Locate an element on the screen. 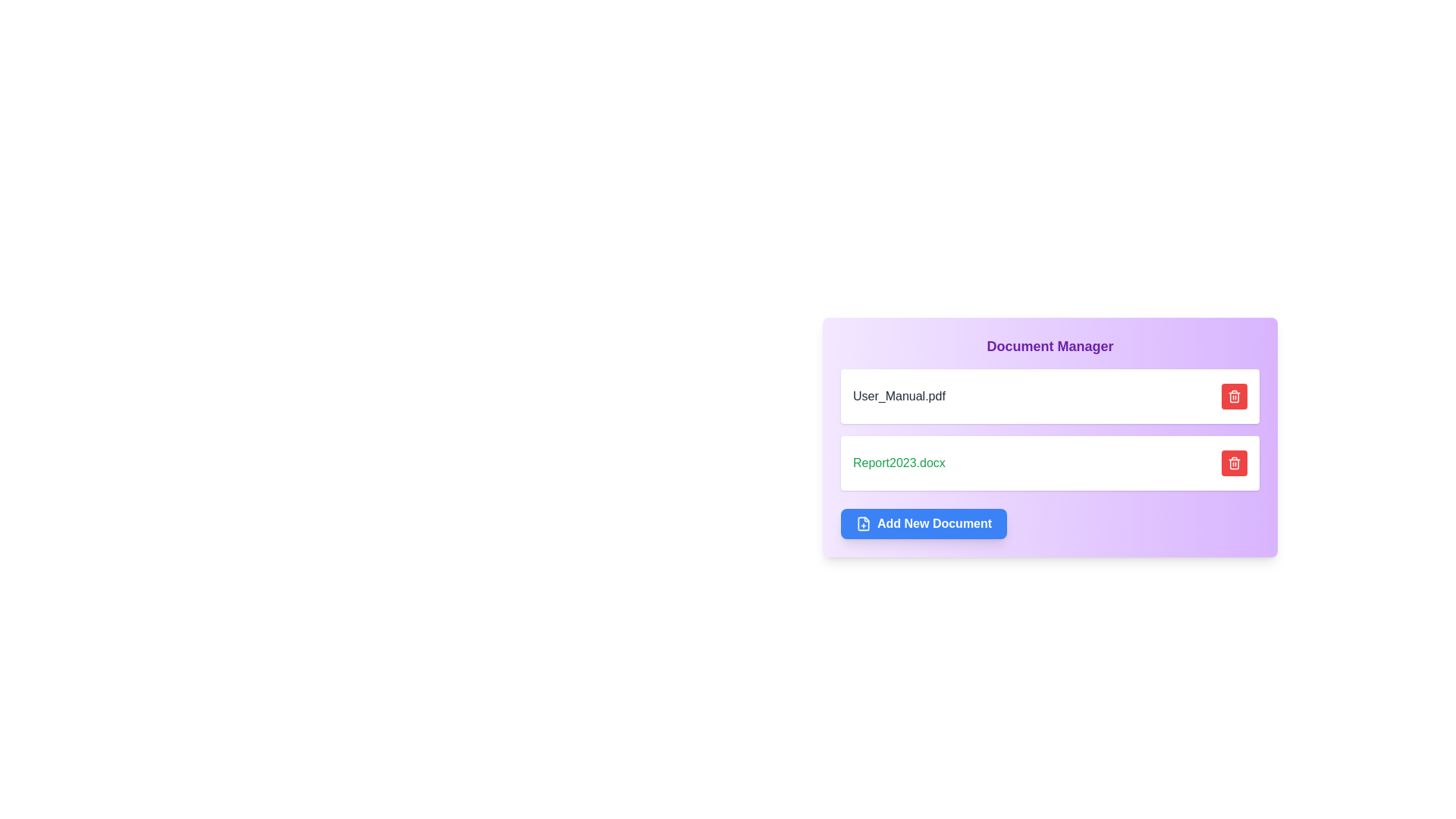 Image resolution: width=1456 pixels, height=819 pixels. the button located in the top-right segment of the first document entry row is located at coordinates (1204, 396).